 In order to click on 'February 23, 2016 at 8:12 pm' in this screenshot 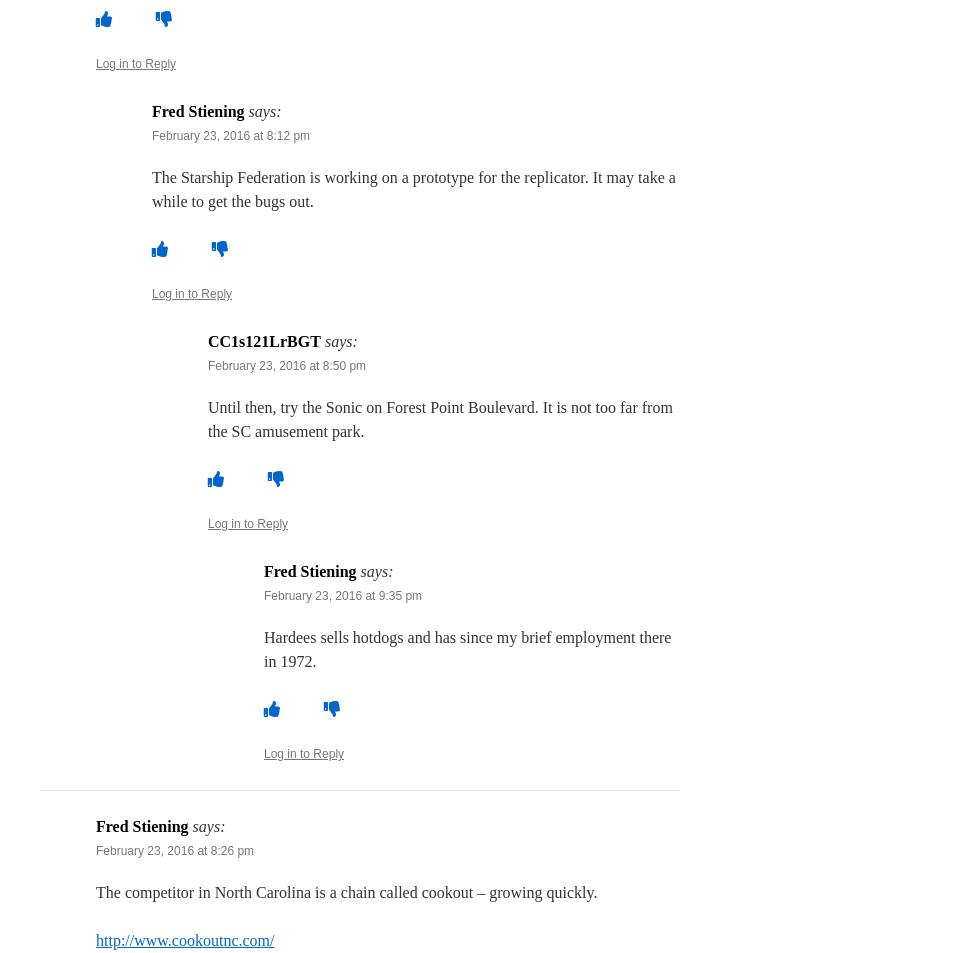, I will do `click(230, 134)`.